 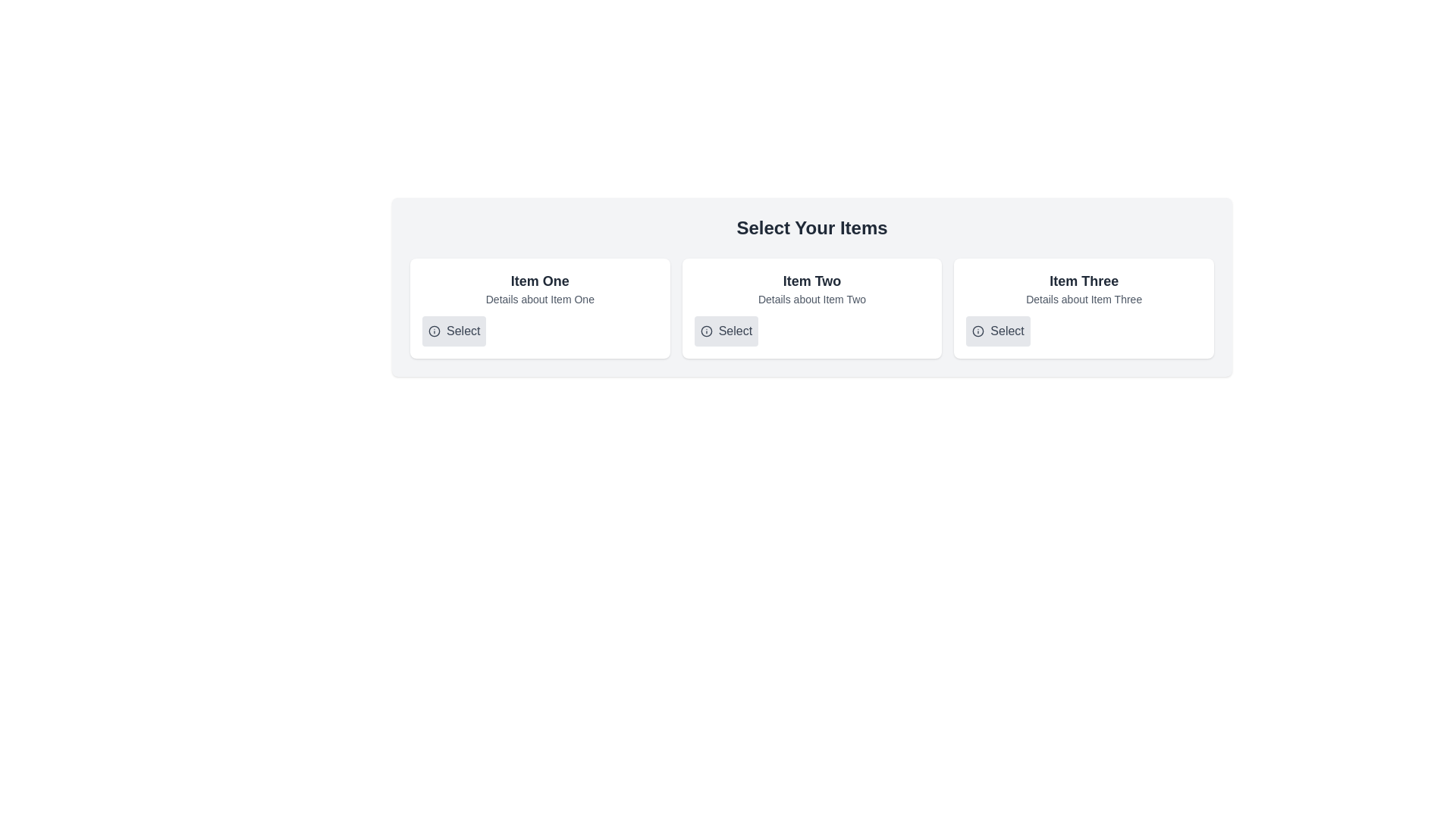 What do you see at coordinates (463, 330) in the screenshot?
I see `the 'Select' label within the button for 'Item One'` at bounding box center [463, 330].